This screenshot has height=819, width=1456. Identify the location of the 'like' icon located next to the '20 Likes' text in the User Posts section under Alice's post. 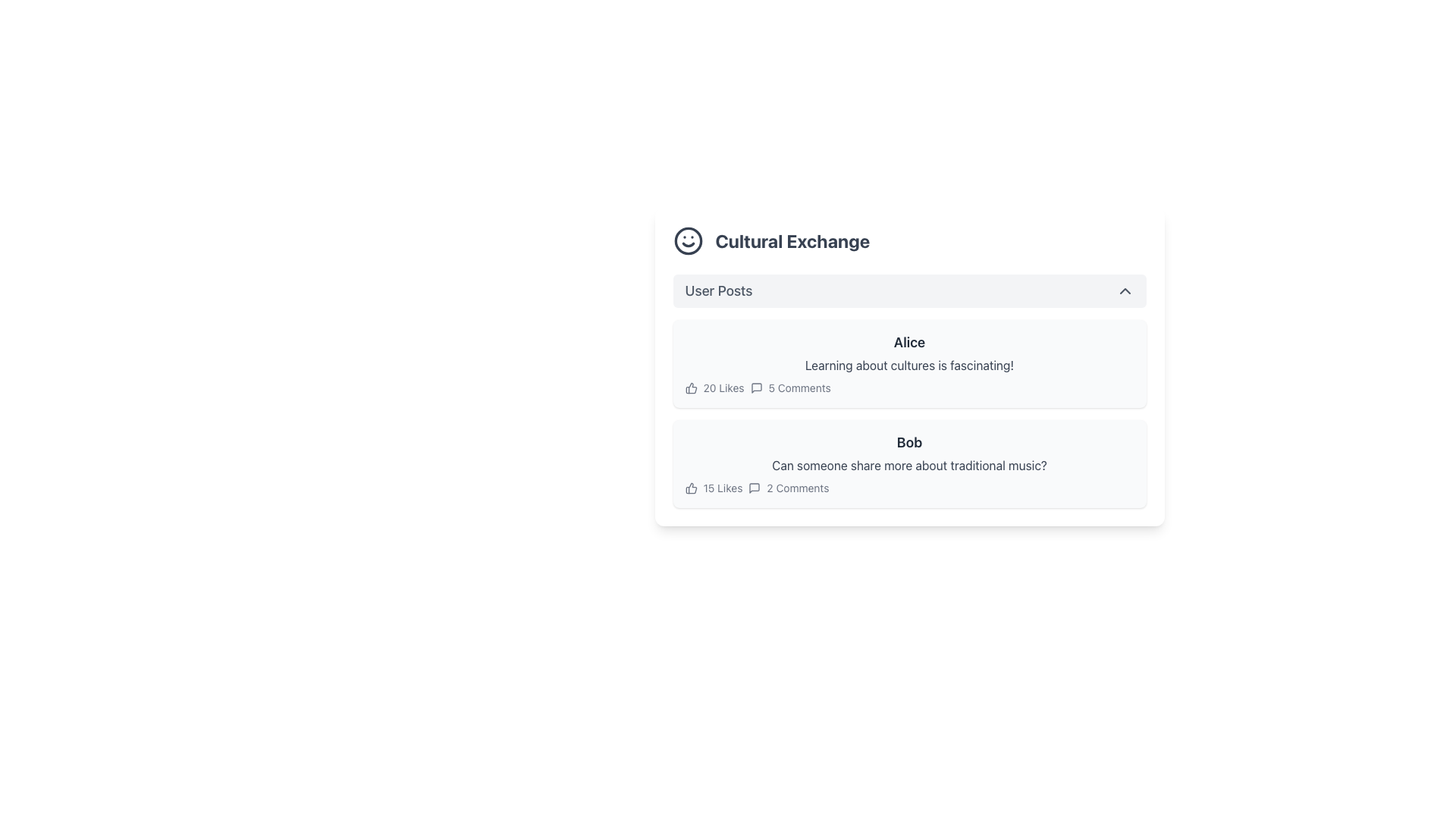
(690, 388).